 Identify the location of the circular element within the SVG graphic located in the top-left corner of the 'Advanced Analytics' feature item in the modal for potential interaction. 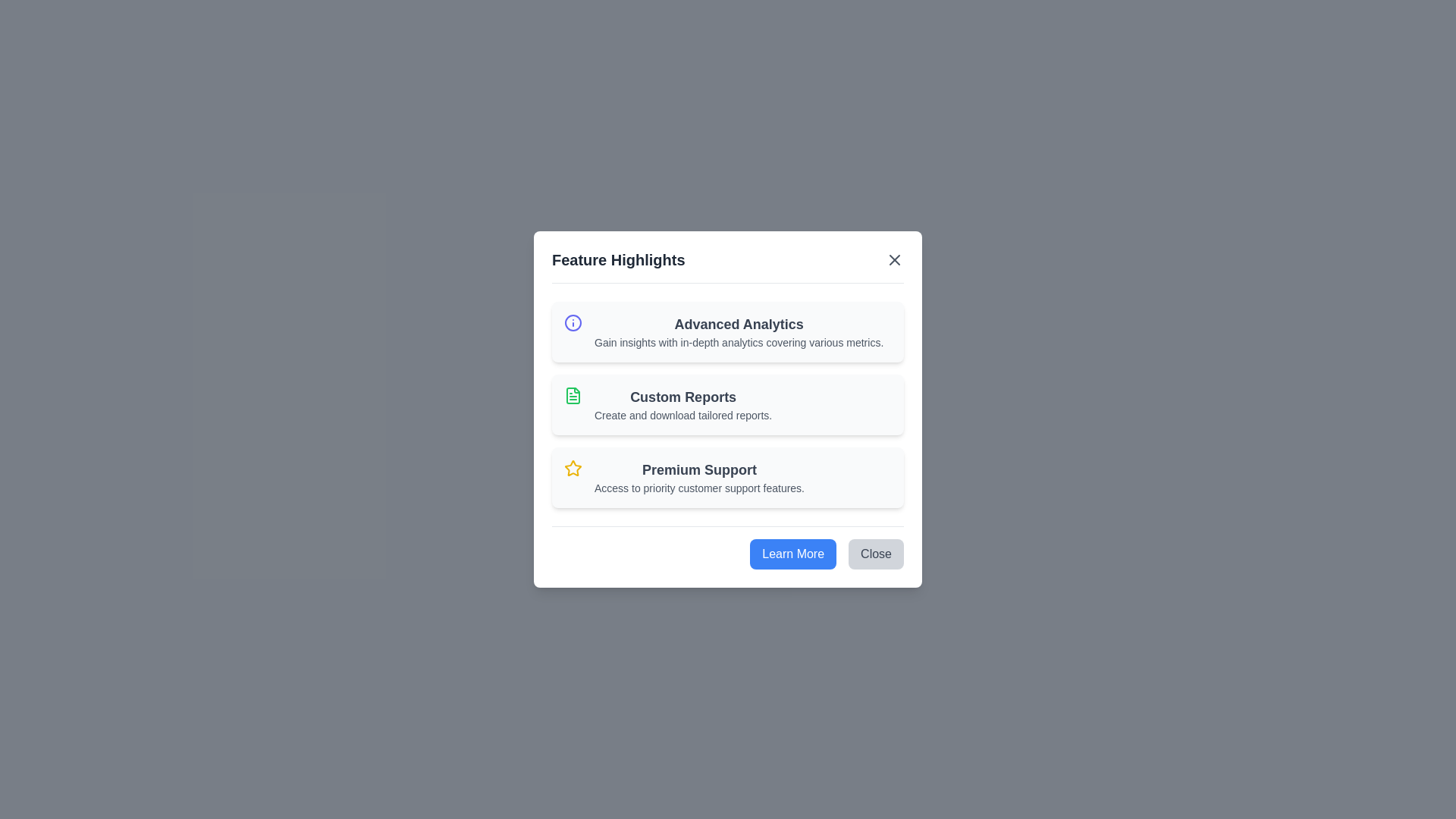
(572, 322).